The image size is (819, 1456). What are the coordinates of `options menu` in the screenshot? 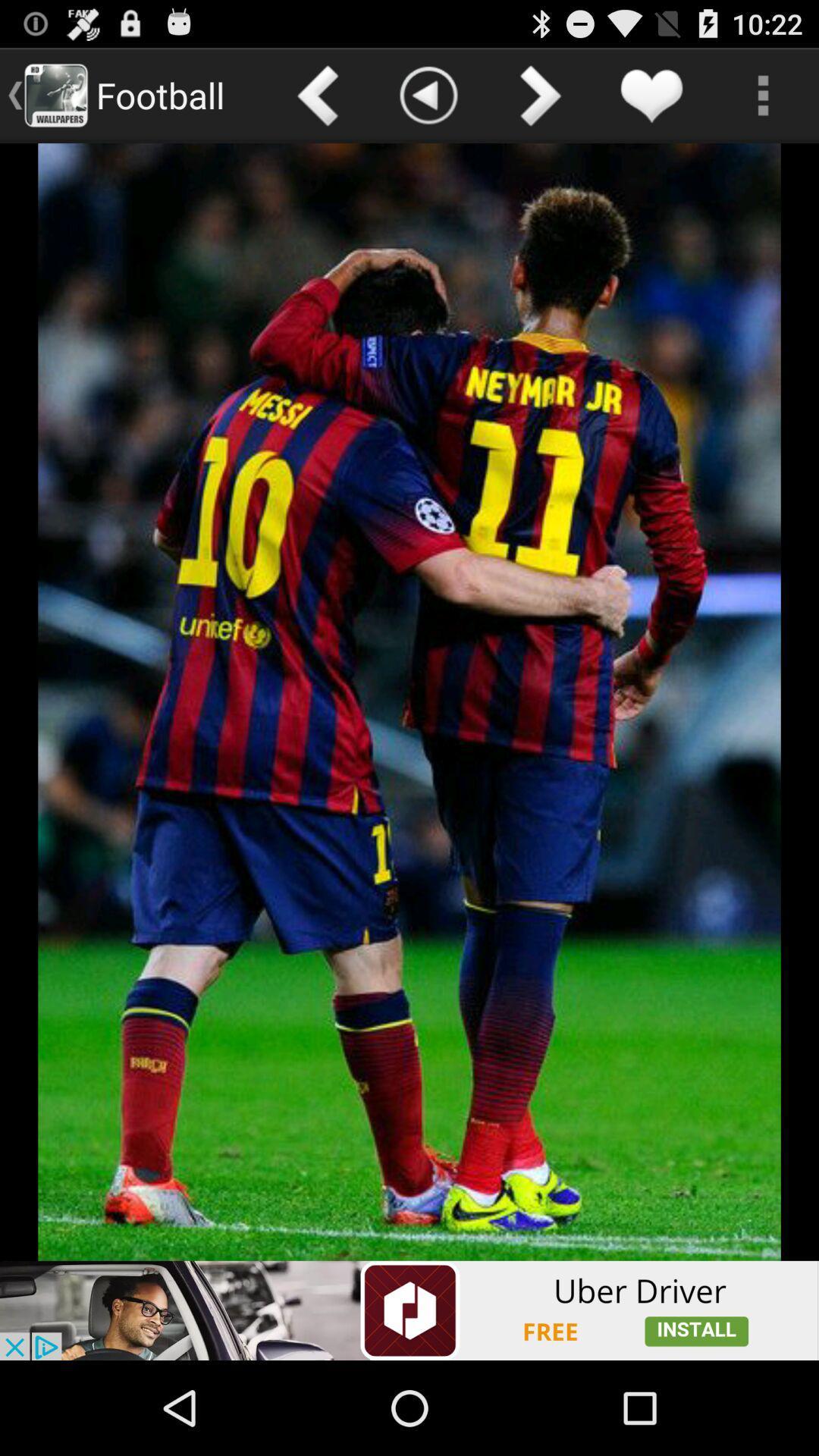 It's located at (763, 94).